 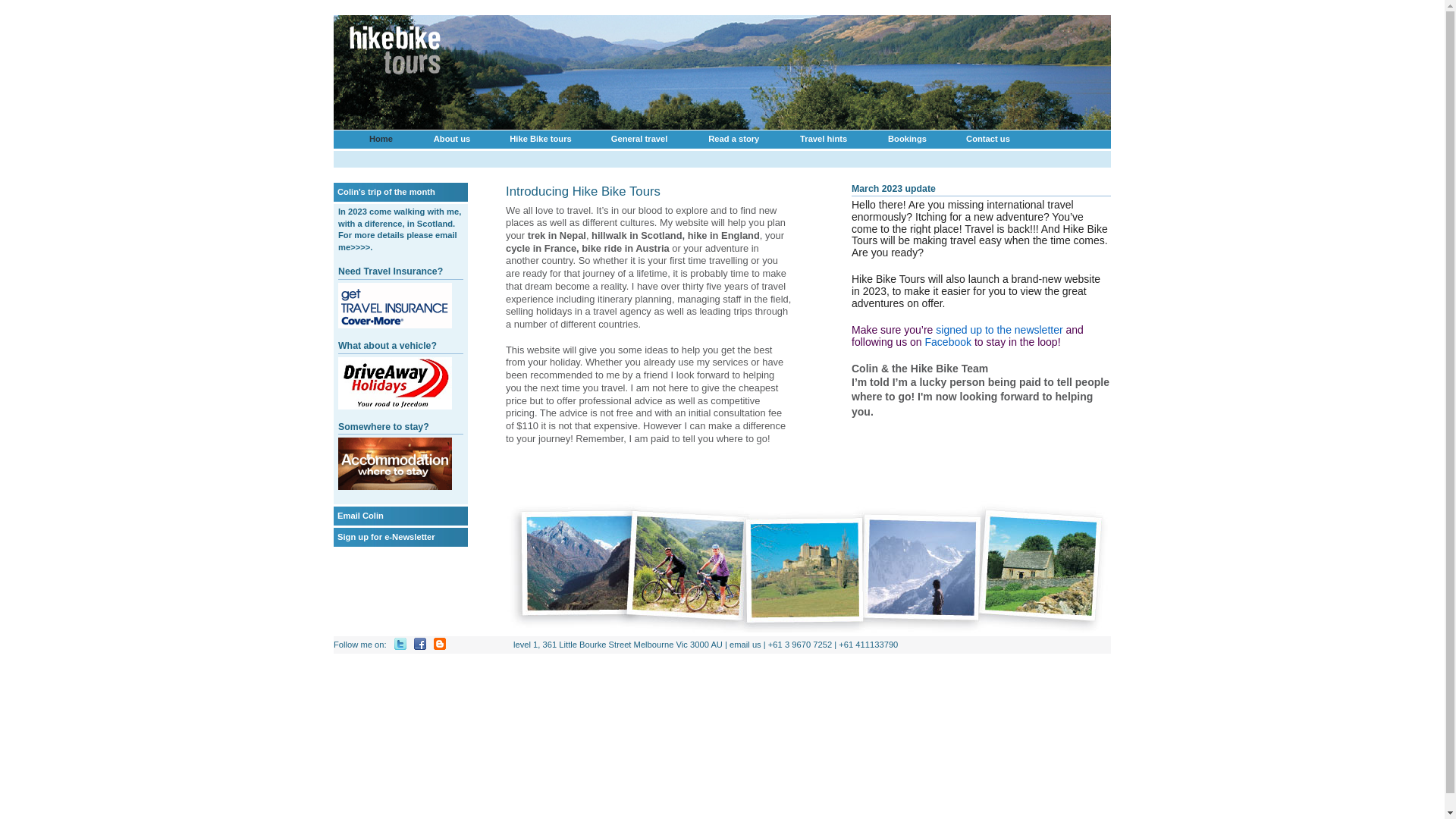 What do you see at coordinates (822, 139) in the screenshot?
I see `'Travel hints'` at bounding box center [822, 139].